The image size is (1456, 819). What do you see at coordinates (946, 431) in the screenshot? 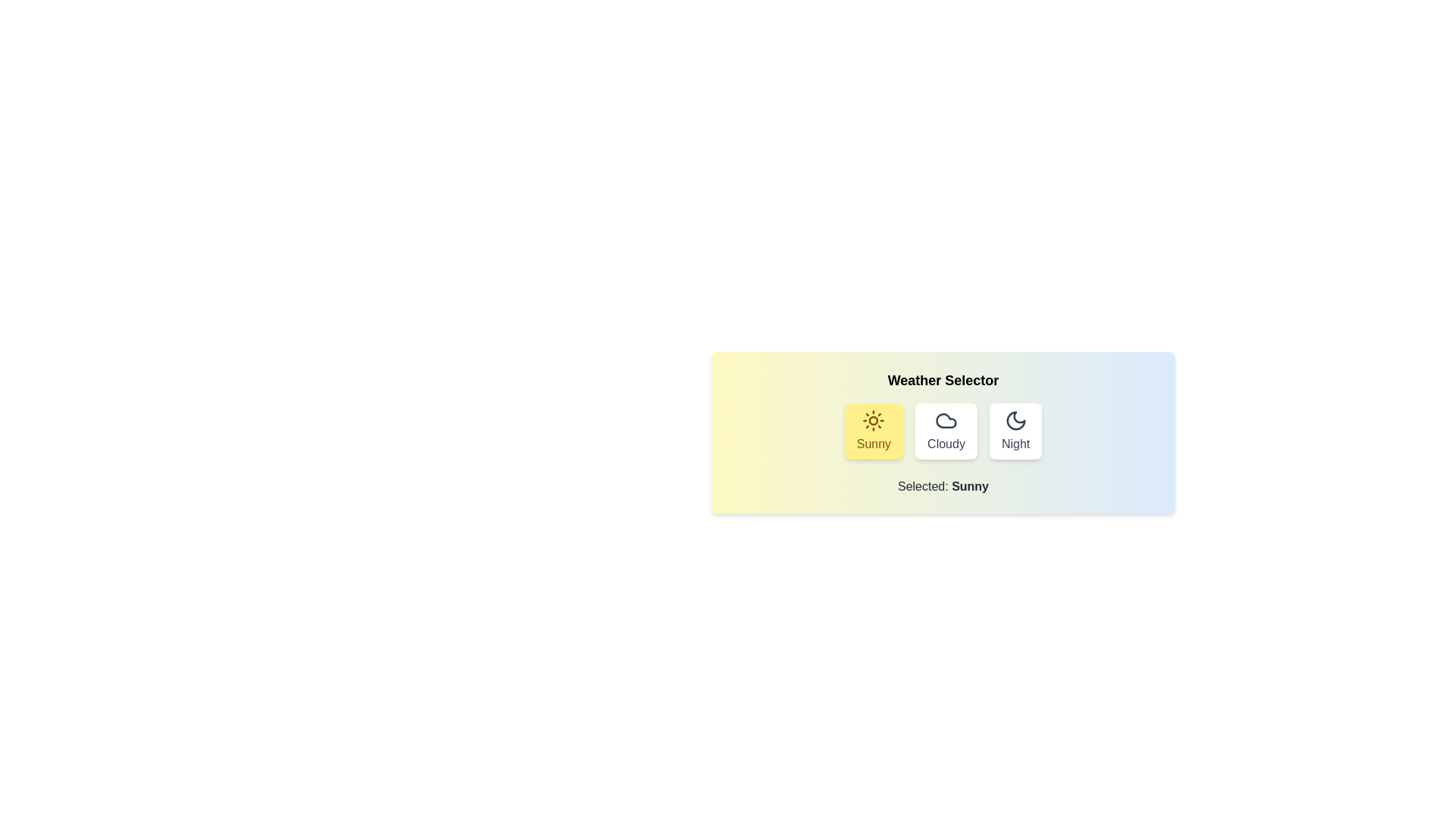
I see `the weather option Cloudy by clicking on its corresponding button` at bounding box center [946, 431].